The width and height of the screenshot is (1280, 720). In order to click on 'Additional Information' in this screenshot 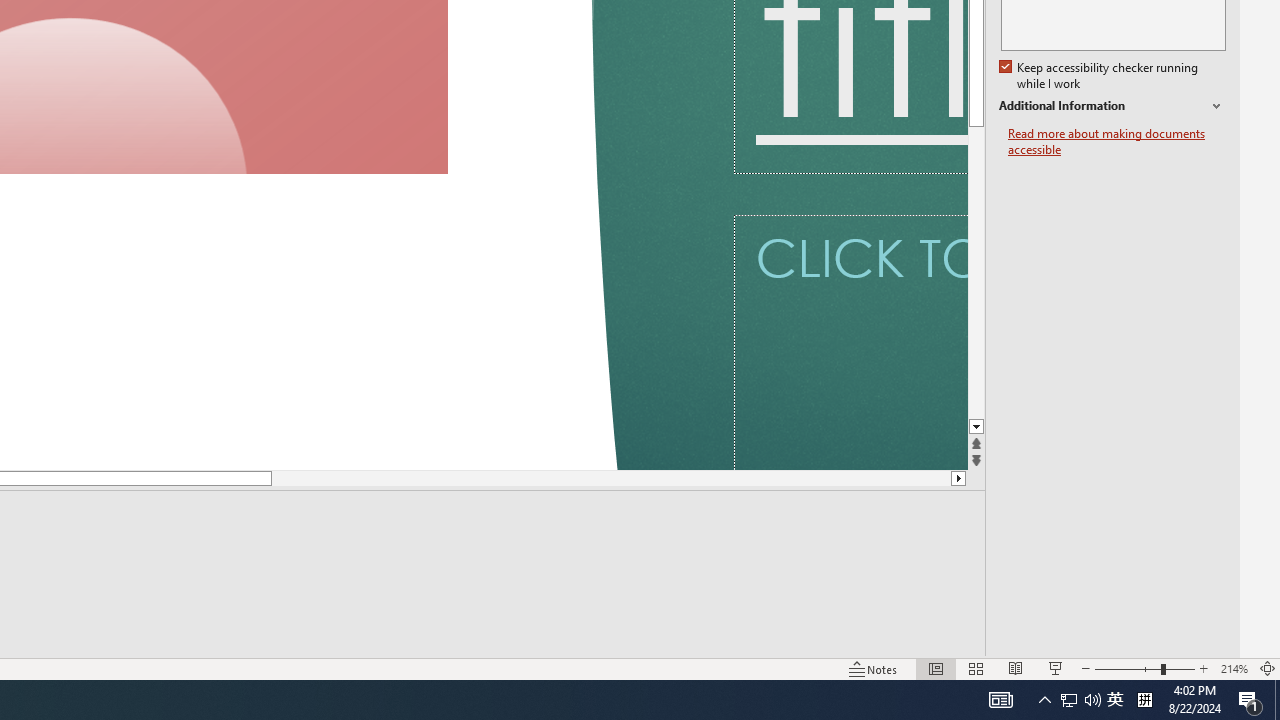, I will do `click(1111, 106)`.